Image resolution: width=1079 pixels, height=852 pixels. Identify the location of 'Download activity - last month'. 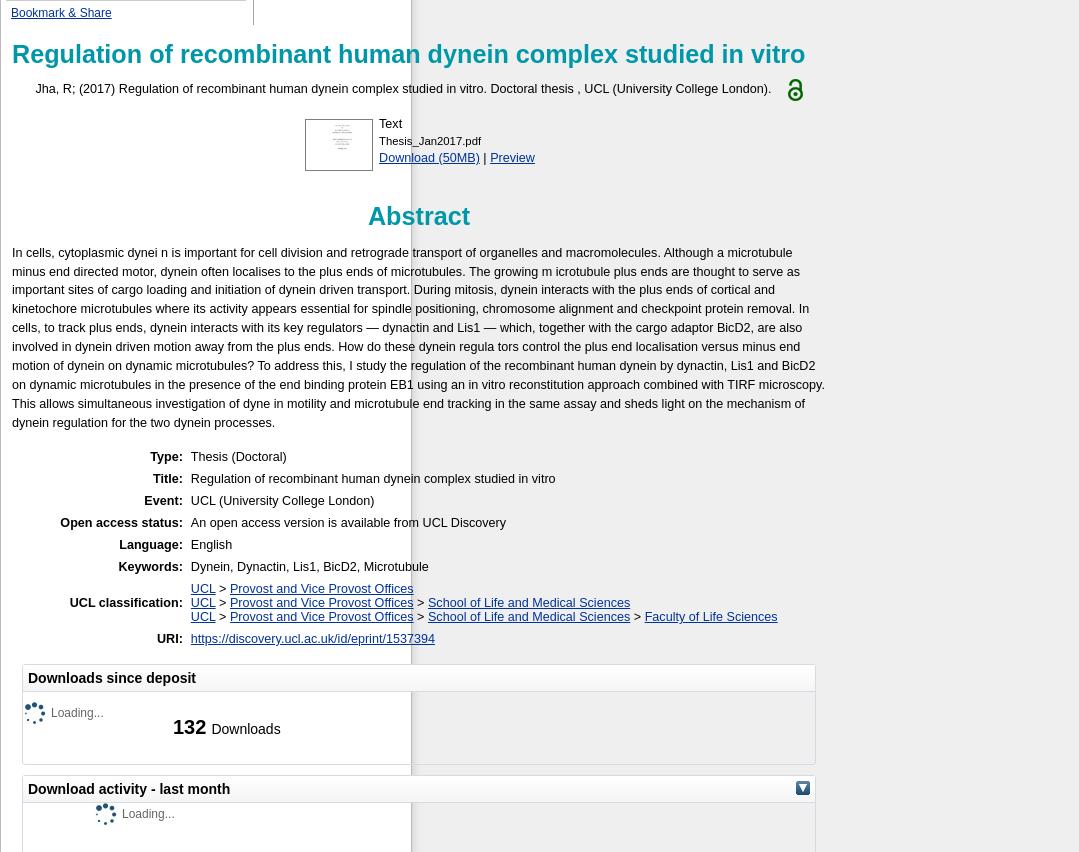
(128, 787).